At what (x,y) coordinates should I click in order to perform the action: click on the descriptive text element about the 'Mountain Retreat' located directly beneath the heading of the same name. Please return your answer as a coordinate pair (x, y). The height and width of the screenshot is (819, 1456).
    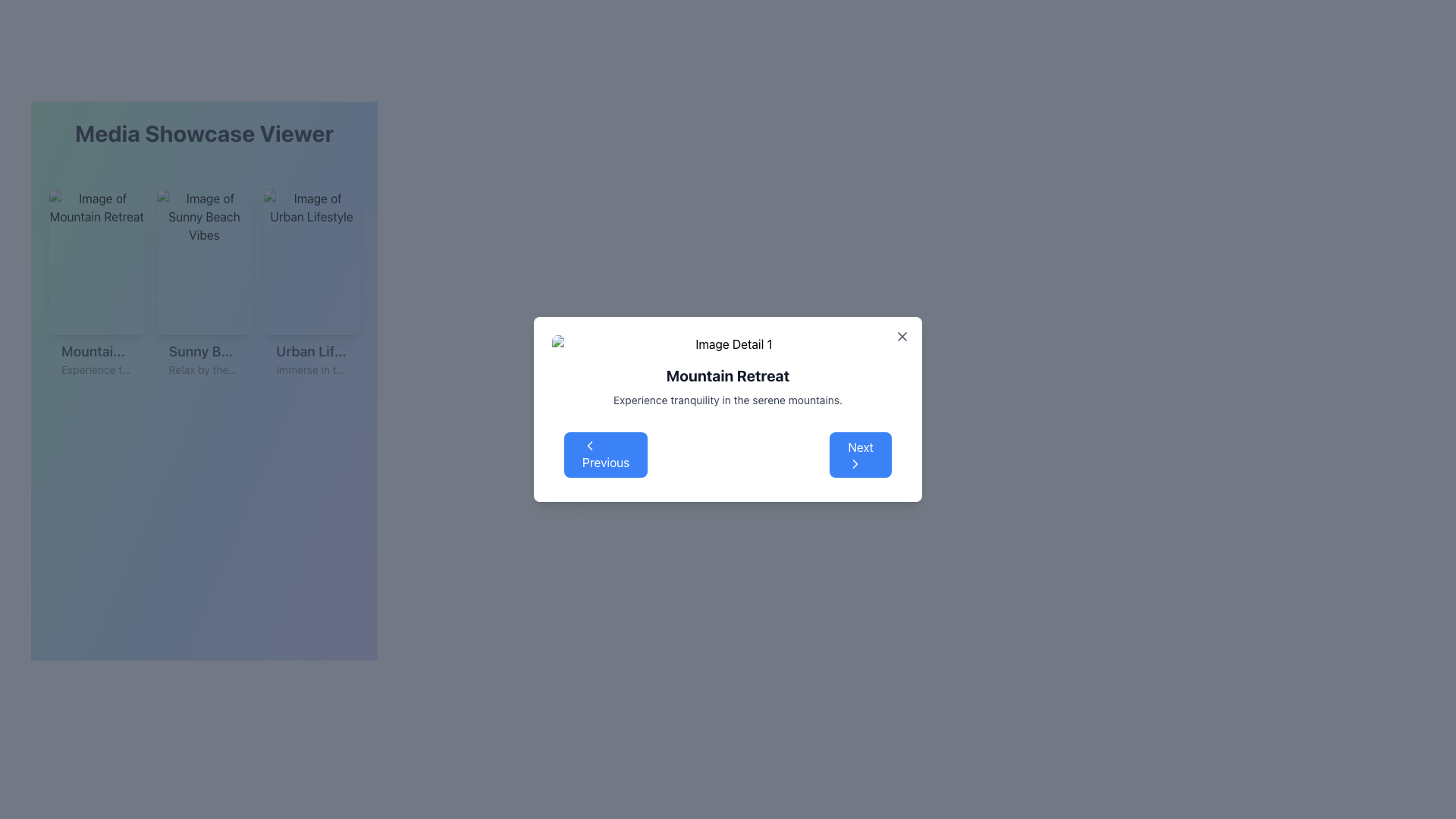
    Looking at the image, I should click on (728, 400).